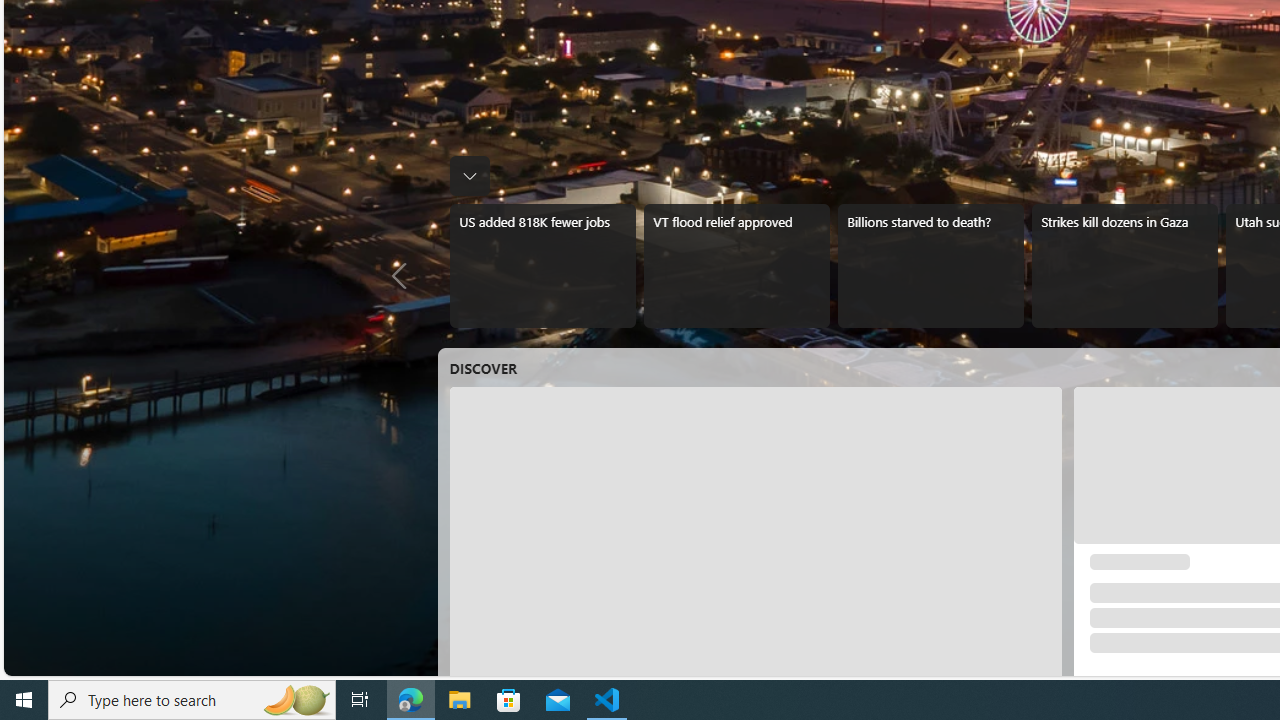 The width and height of the screenshot is (1280, 720). Describe the element at coordinates (468, 175) in the screenshot. I see `'The taskbar was expanded. Press to collapse taskbar'` at that location.